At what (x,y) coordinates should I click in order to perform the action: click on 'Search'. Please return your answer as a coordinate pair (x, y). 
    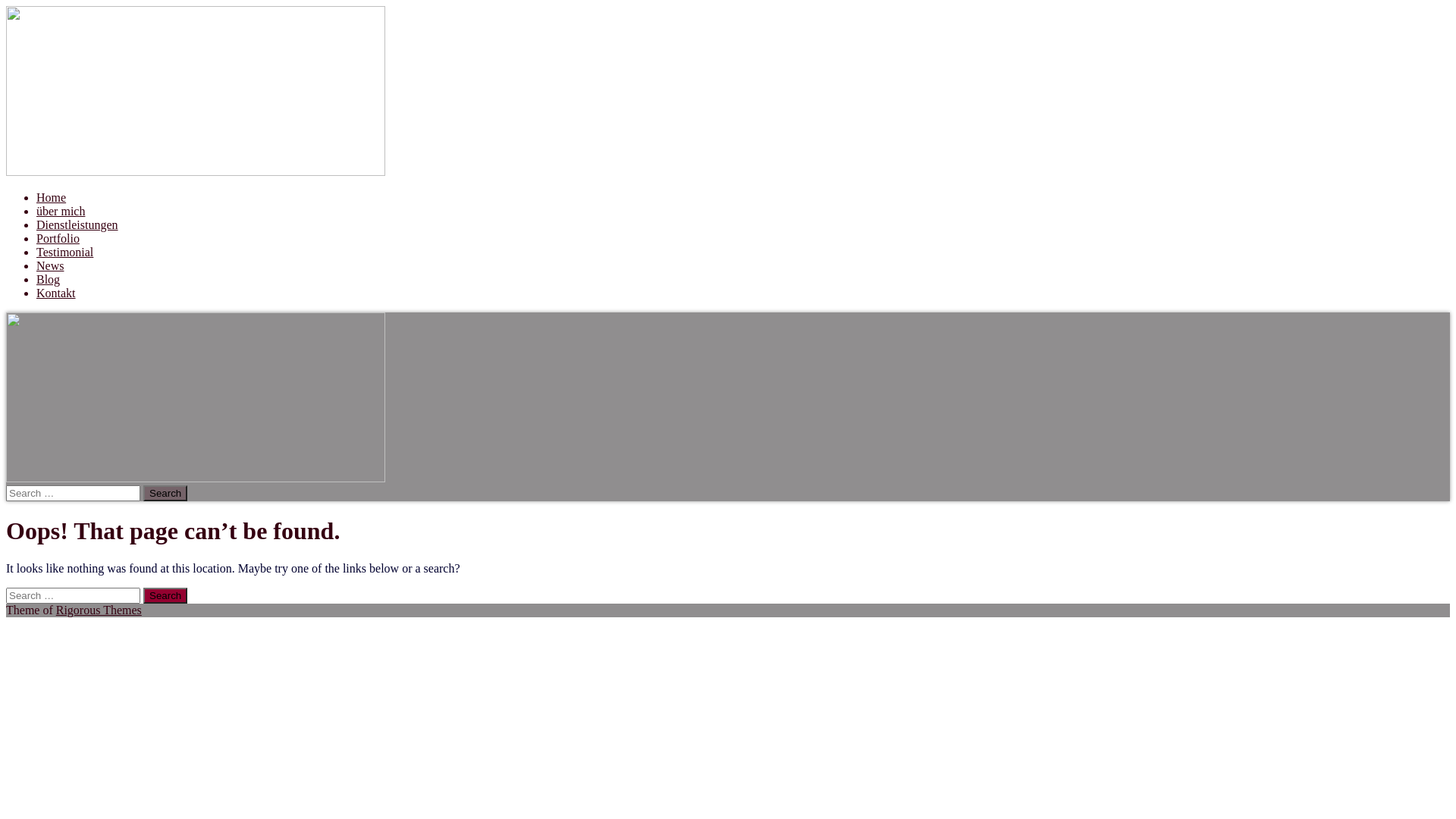
    Looking at the image, I should click on (165, 493).